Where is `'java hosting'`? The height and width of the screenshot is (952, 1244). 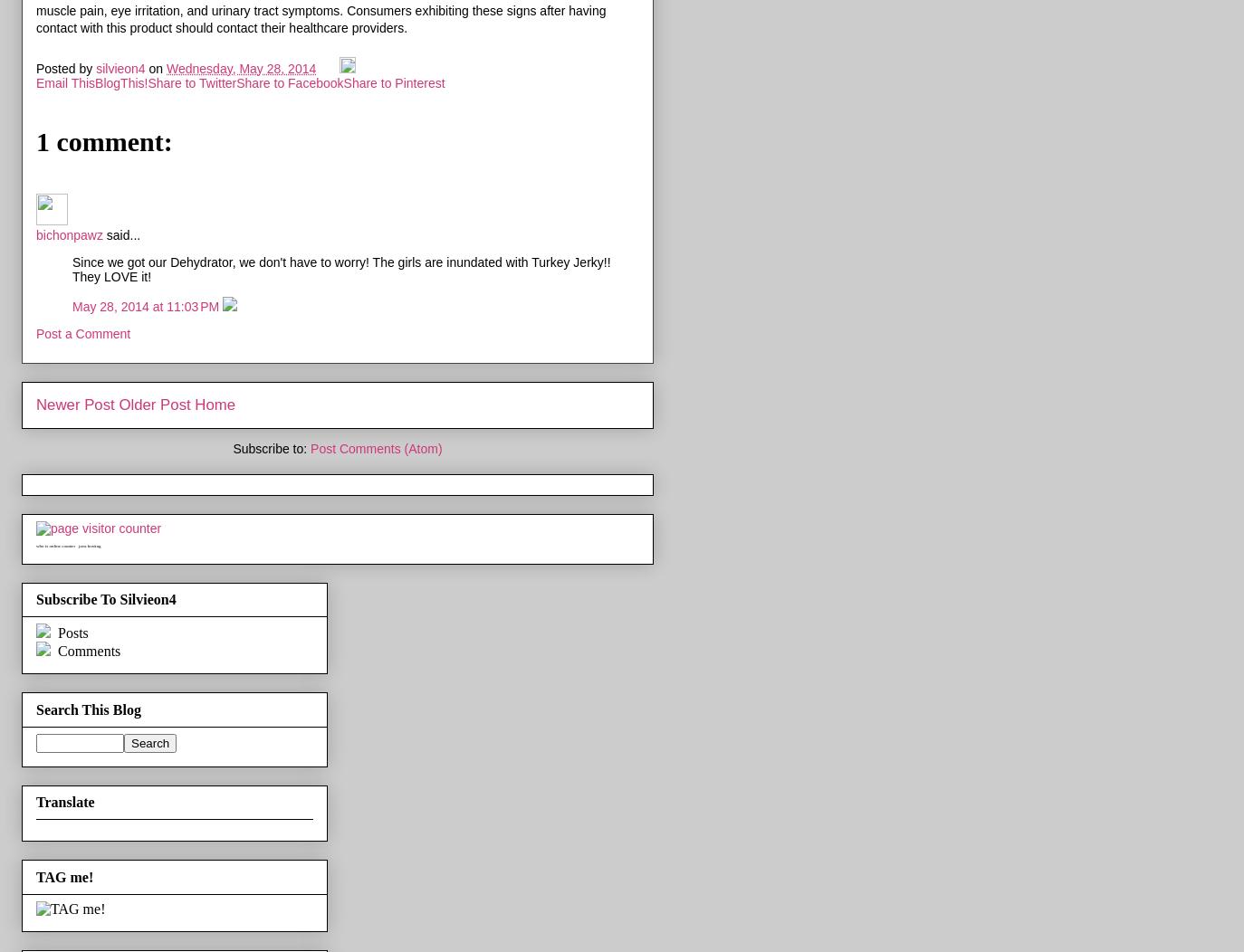 'java hosting' is located at coordinates (89, 544).